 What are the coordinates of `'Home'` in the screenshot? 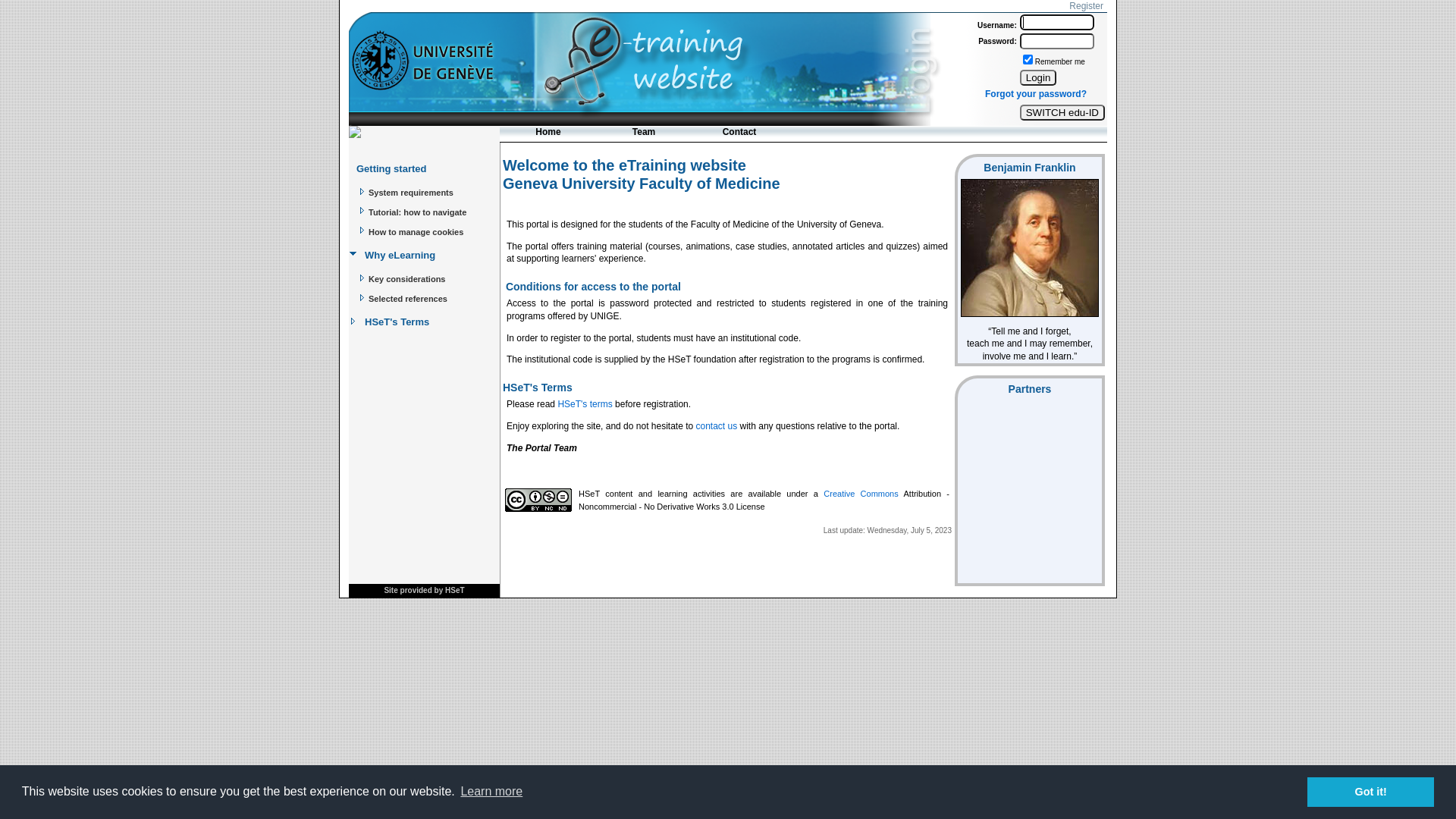 It's located at (548, 133).